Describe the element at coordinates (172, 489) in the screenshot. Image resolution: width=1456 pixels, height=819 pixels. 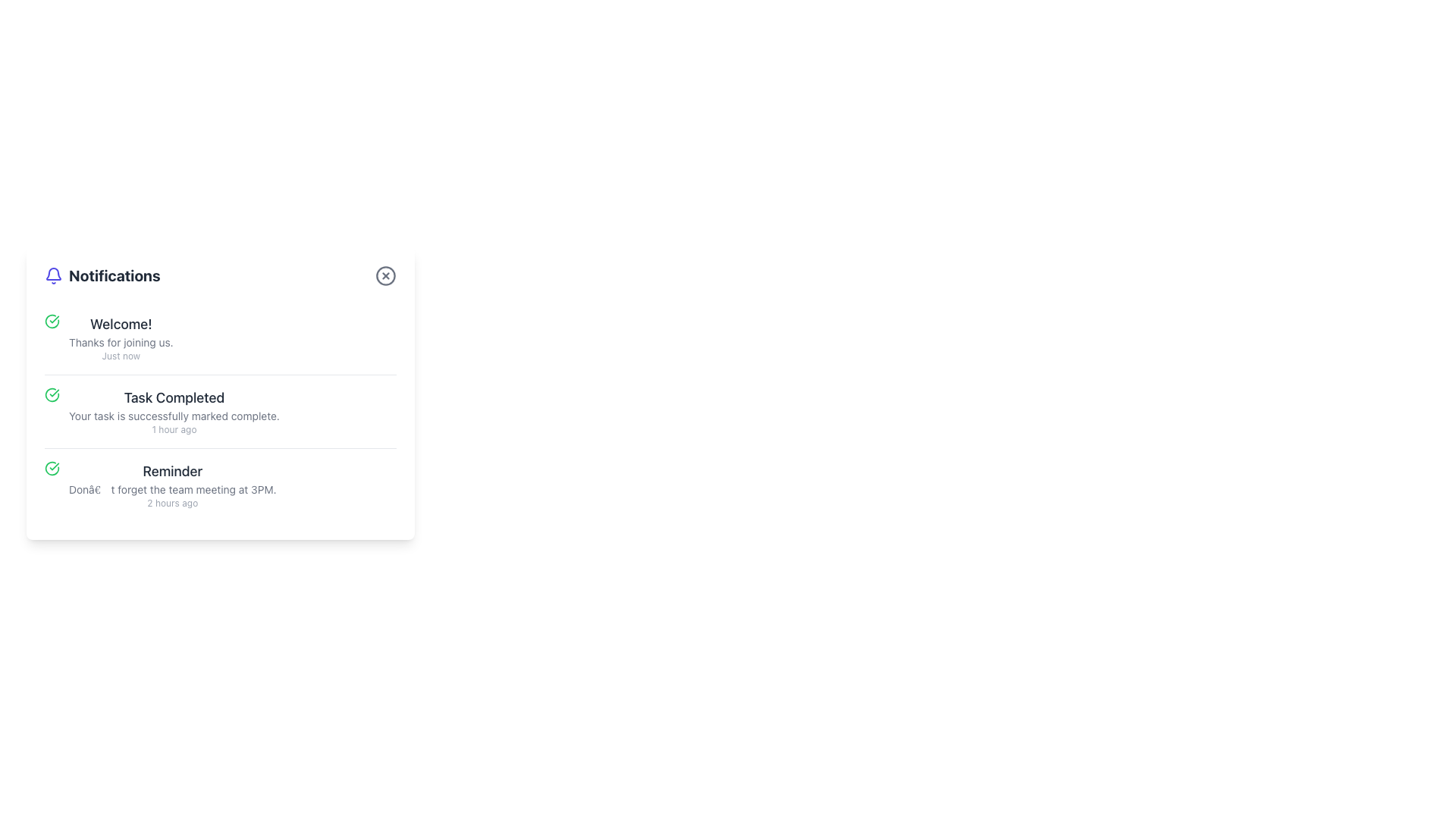
I see `the text label that informs the user about an upcoming team meeting scheduled for 3PM, located in the notification panel under the 'Reminder' heading` at that location.